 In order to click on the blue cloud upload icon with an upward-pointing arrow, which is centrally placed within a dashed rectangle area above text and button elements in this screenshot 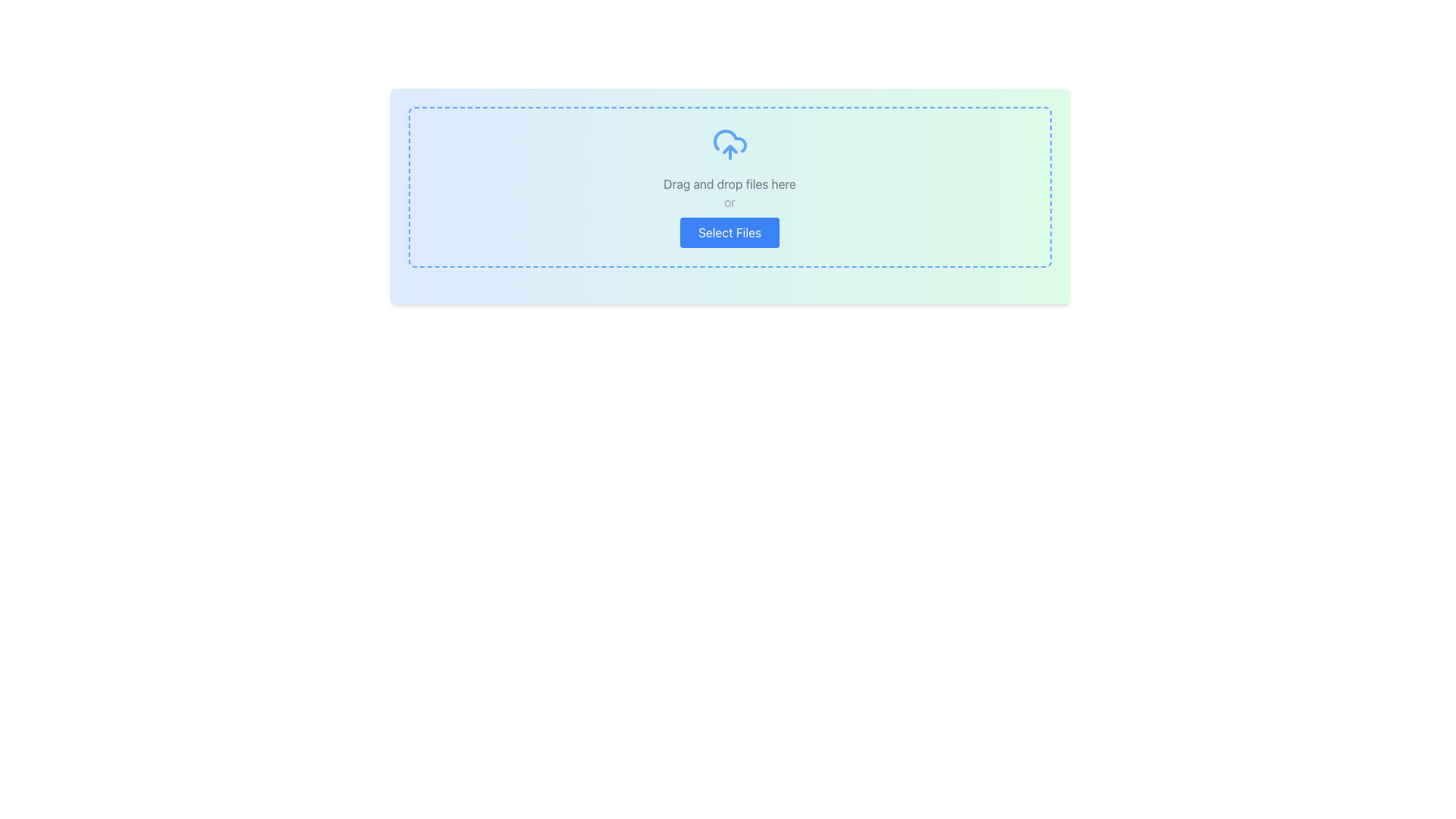, I will do `click(730, 145)`.